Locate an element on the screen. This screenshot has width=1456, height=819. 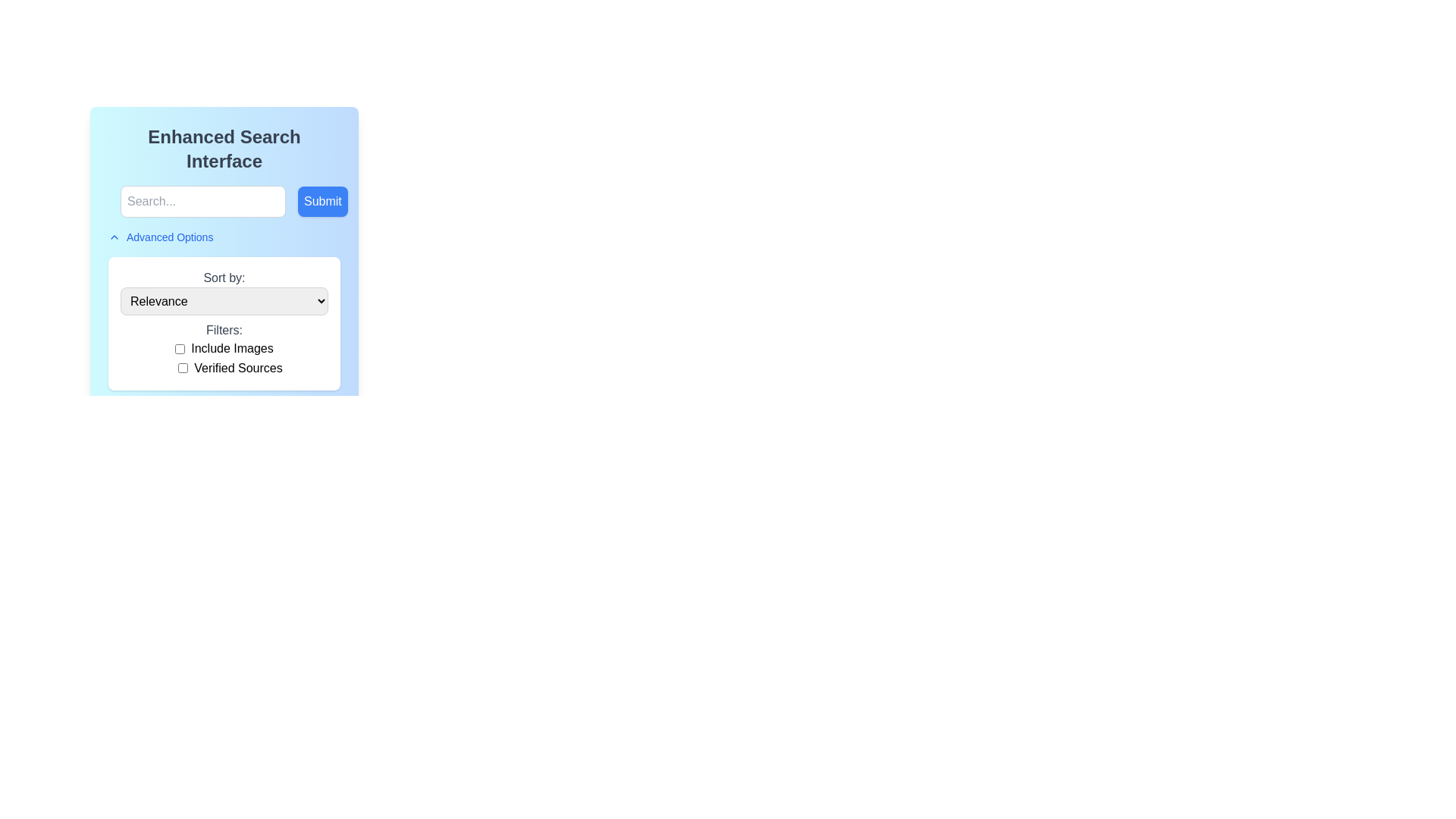
text content of the label 'Verified Sources' located in the Filters section, adjacent to the corresponding checkbox is located at coordinates (237, 368).